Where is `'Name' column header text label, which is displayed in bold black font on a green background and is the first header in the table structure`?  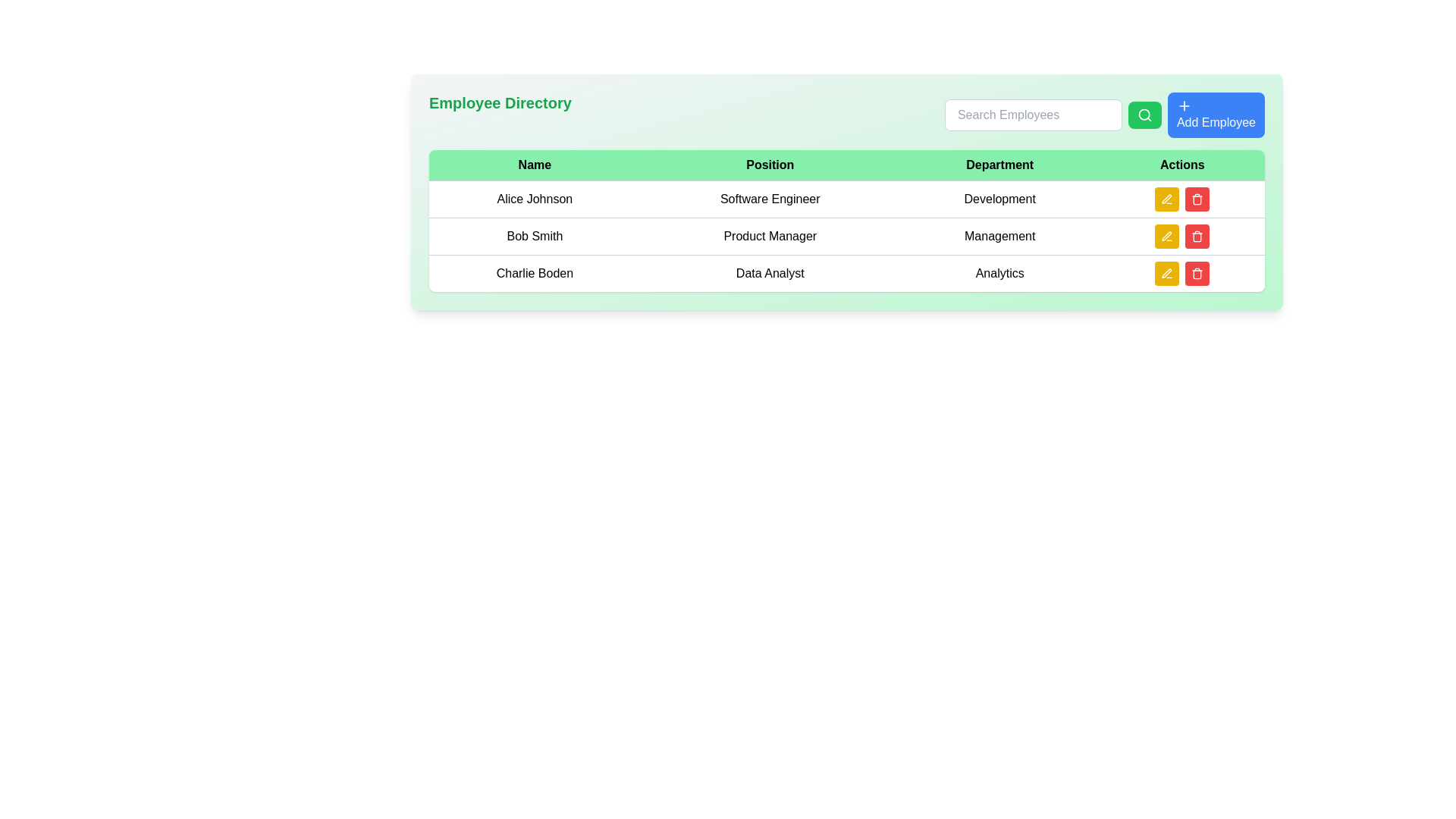
'Name' column header text label, which is displayed in bold black font on a green background and is the first header in the table structure is located at coordinates (535, 165).